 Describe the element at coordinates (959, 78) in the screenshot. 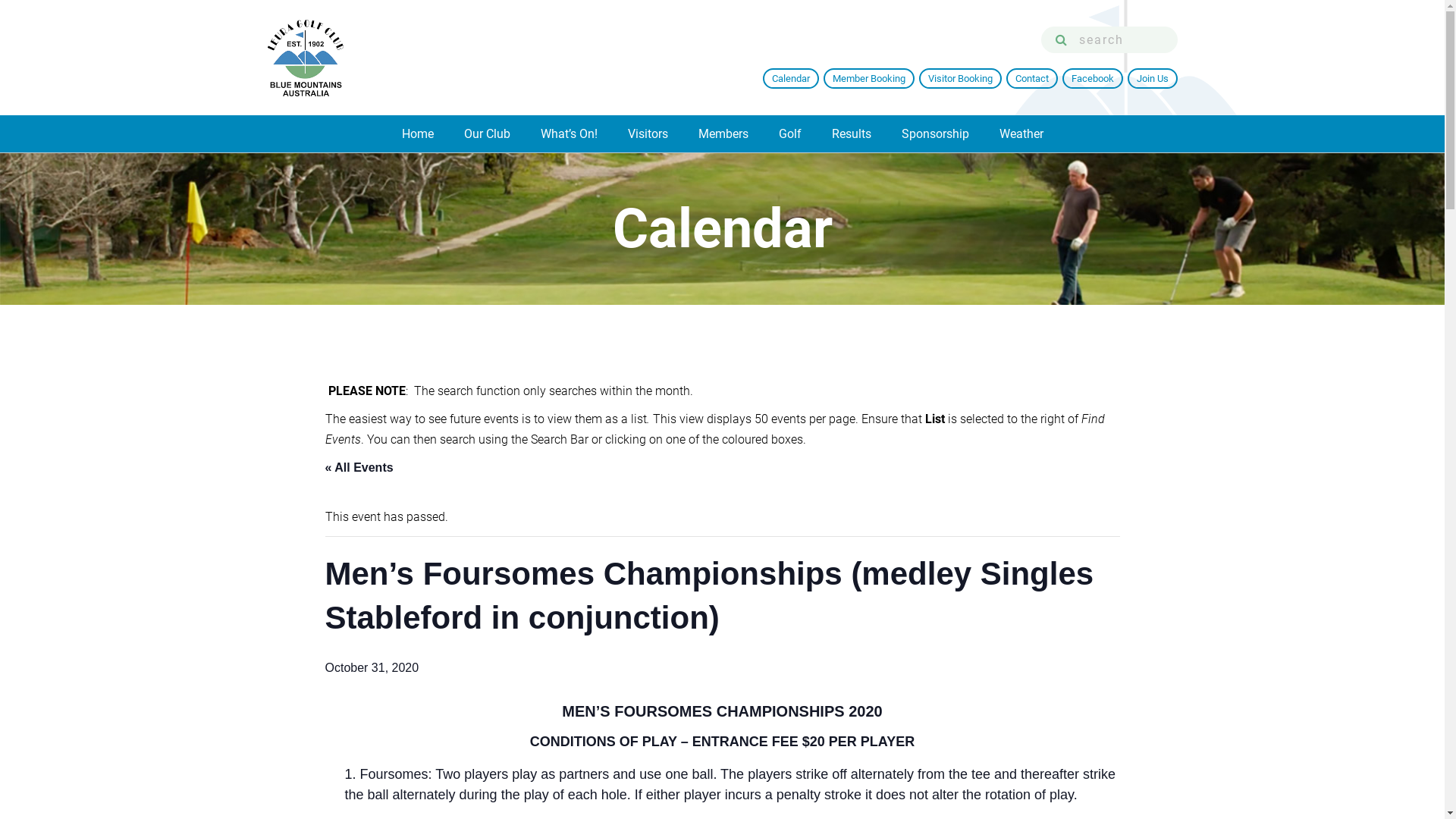

I see `'Visitor Booking'` at that location.